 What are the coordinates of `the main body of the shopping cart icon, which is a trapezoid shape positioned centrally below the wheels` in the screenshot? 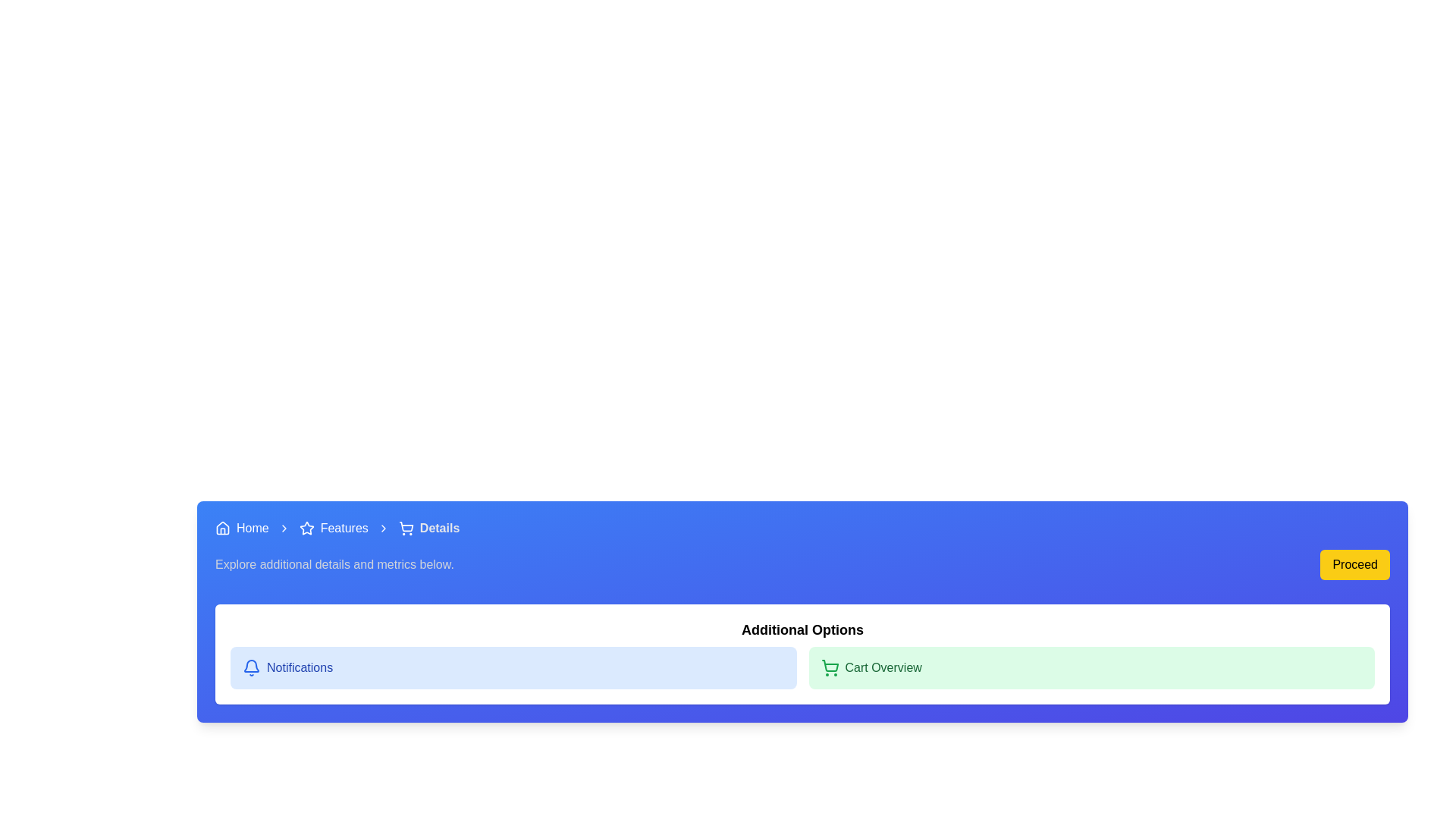 It's located at (406, 526).